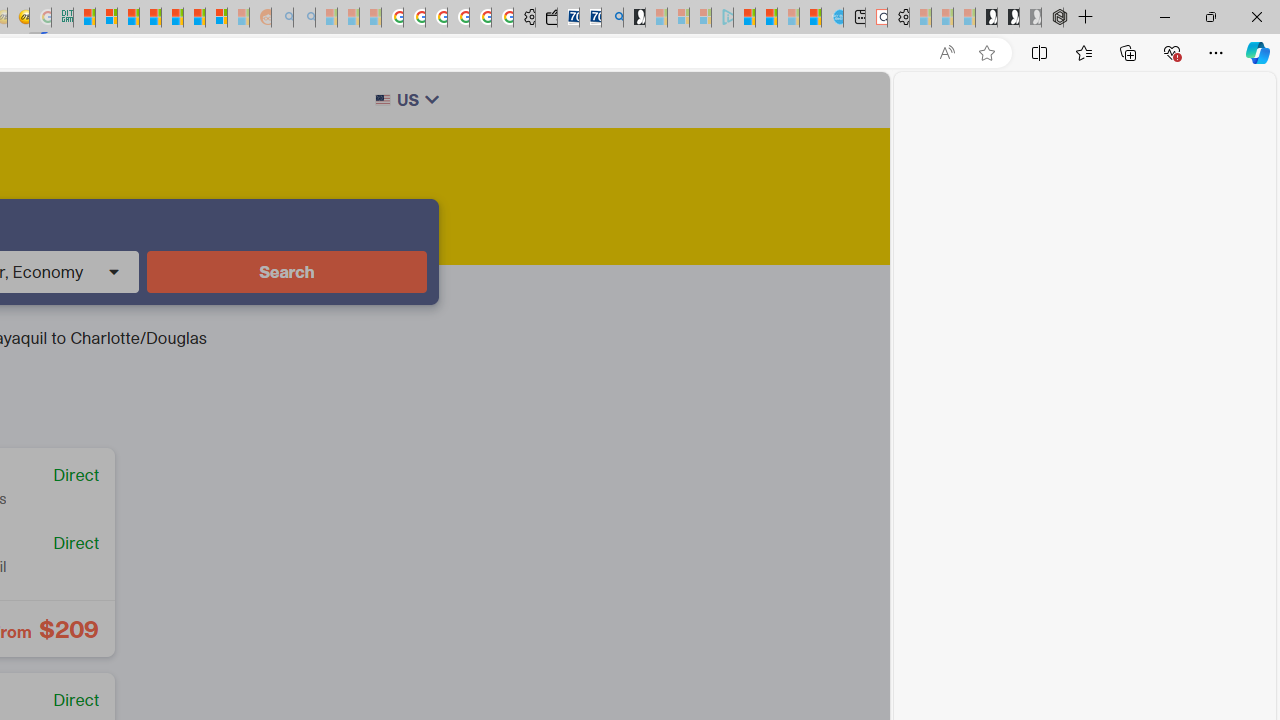  What do you see at coordinates (546, 17) in the screenshot?
I see `'Wallet'` at bounding box center [546, 17].